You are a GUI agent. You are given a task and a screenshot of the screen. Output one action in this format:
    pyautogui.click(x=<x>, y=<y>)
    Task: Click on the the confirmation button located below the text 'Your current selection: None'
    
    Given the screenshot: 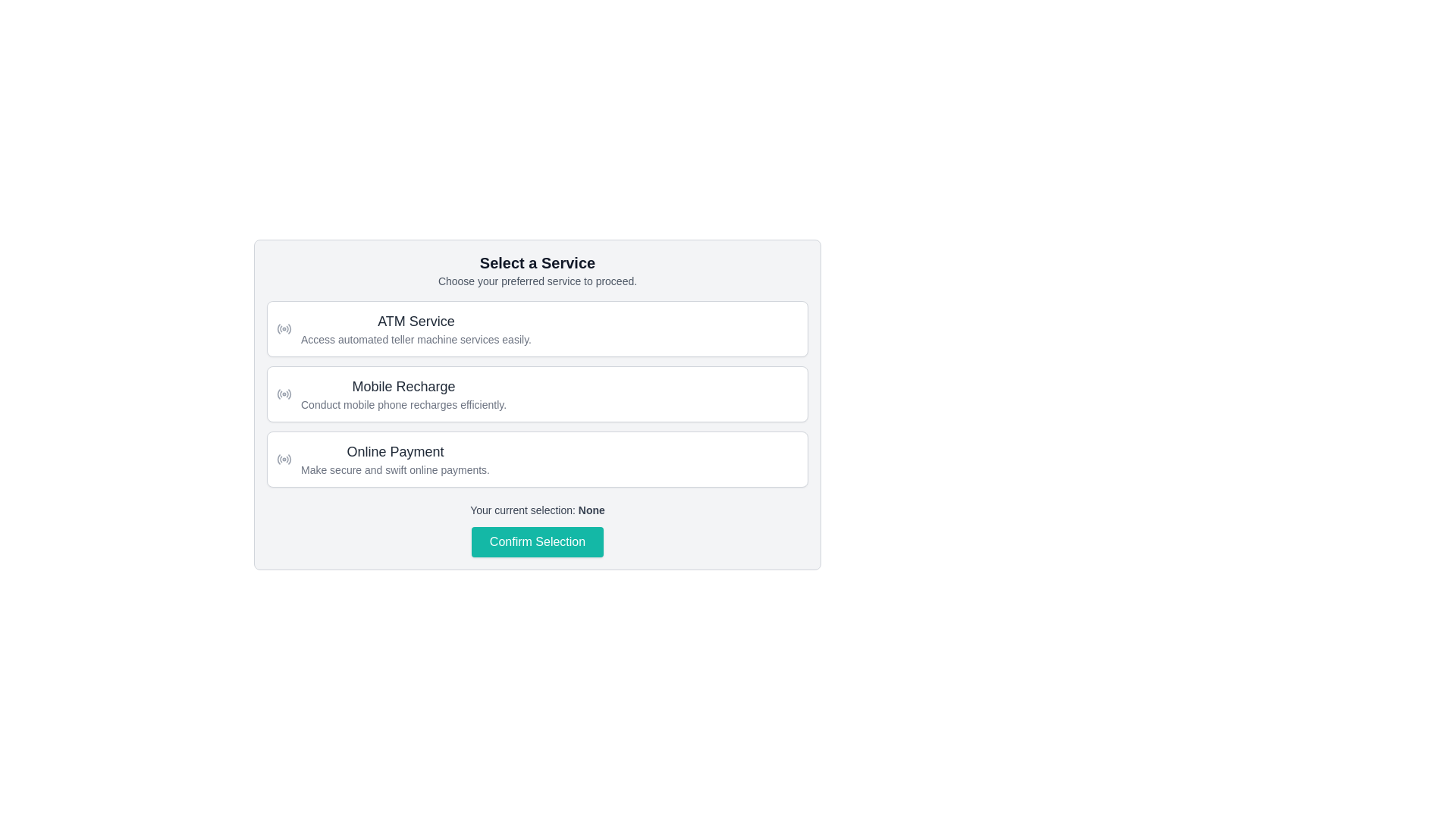 What is the action you would take?
    pyautogui.click(x=538, y=541)
    